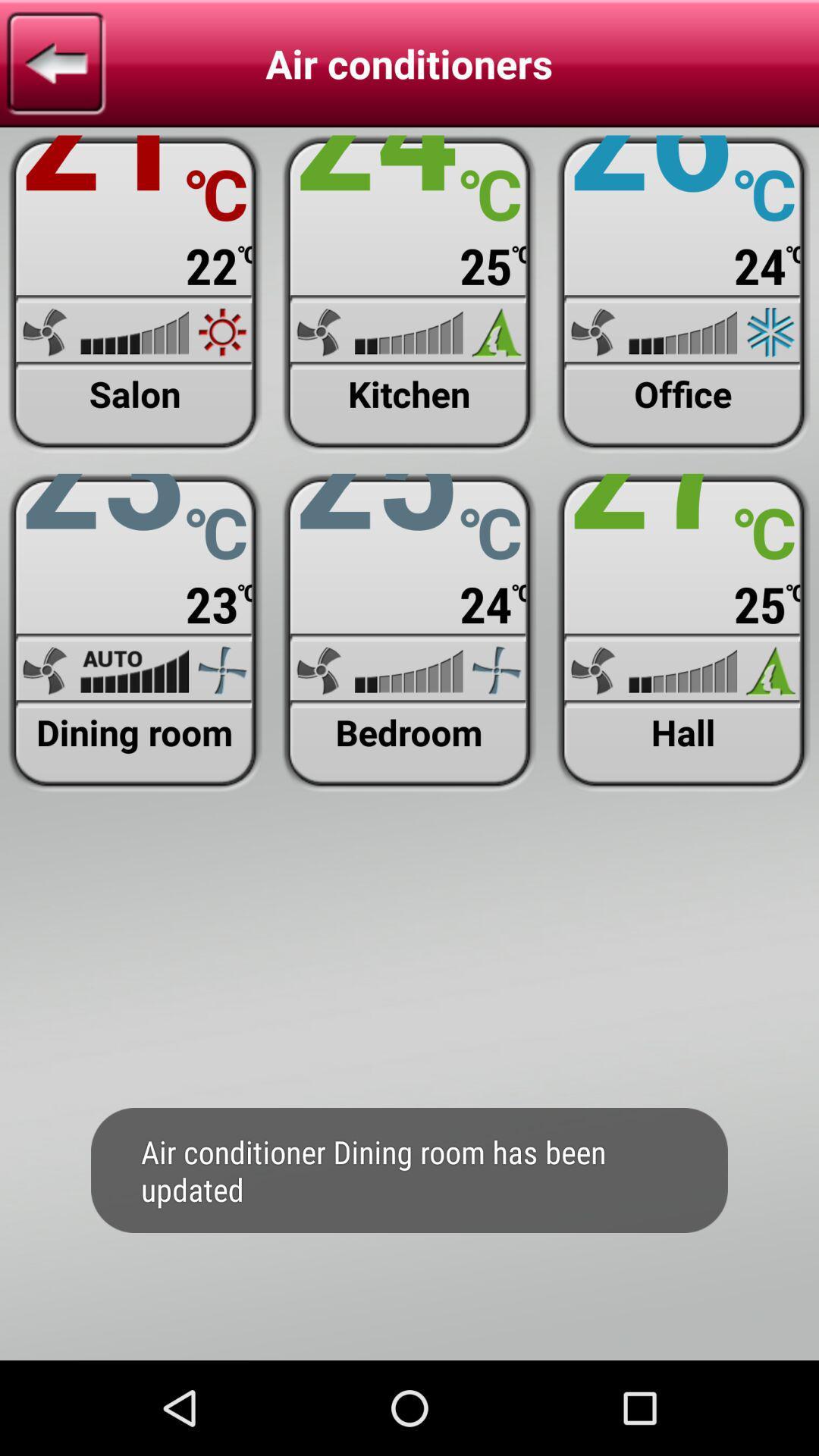 Image resolution: width=819 pixels, height=1456 pixels. I want to click on previous, so click(55, 62).